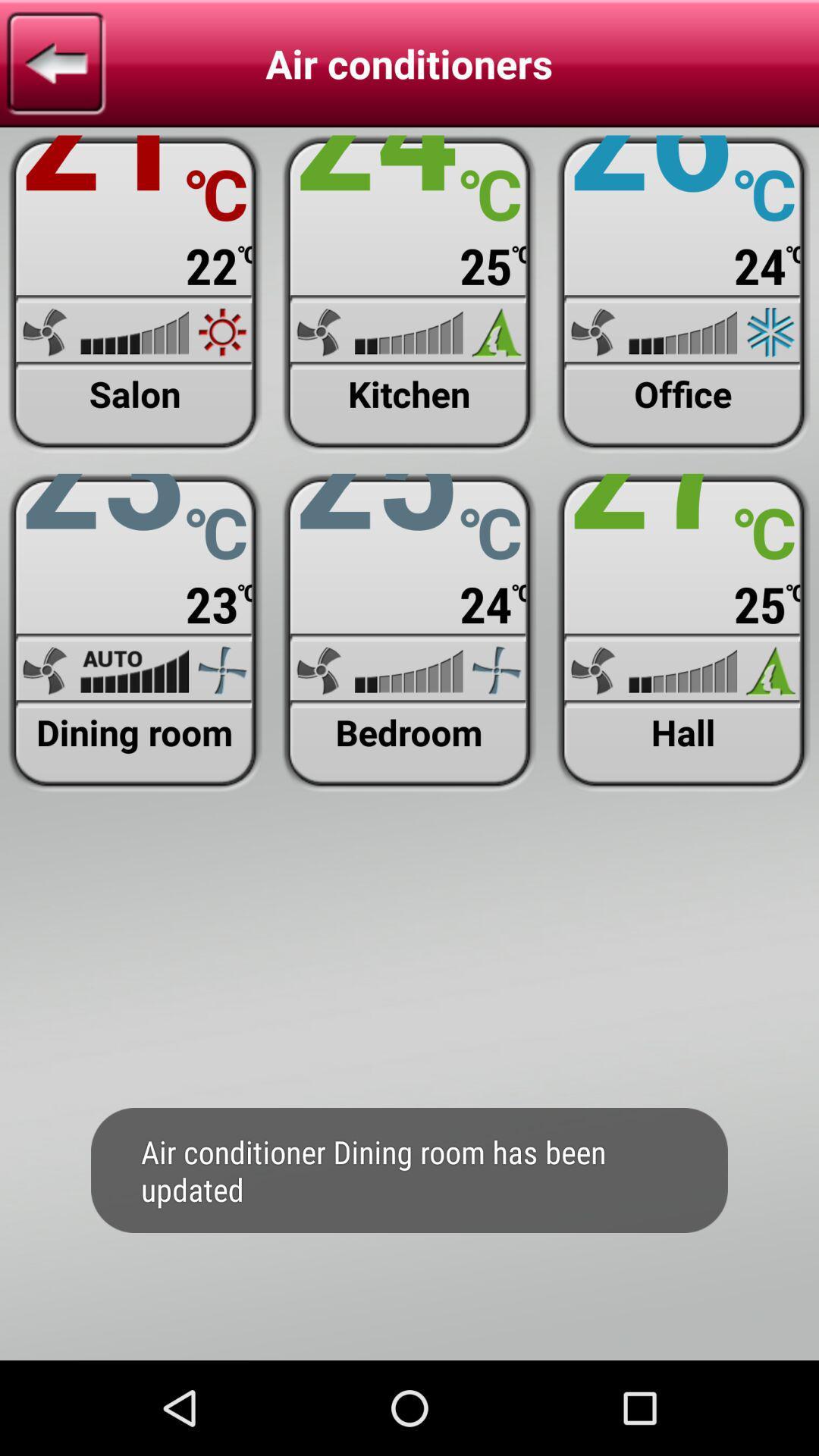 Image resolution: width=819 pixels, height=1456 pixels. I want to click on previous, so click(55, 62).